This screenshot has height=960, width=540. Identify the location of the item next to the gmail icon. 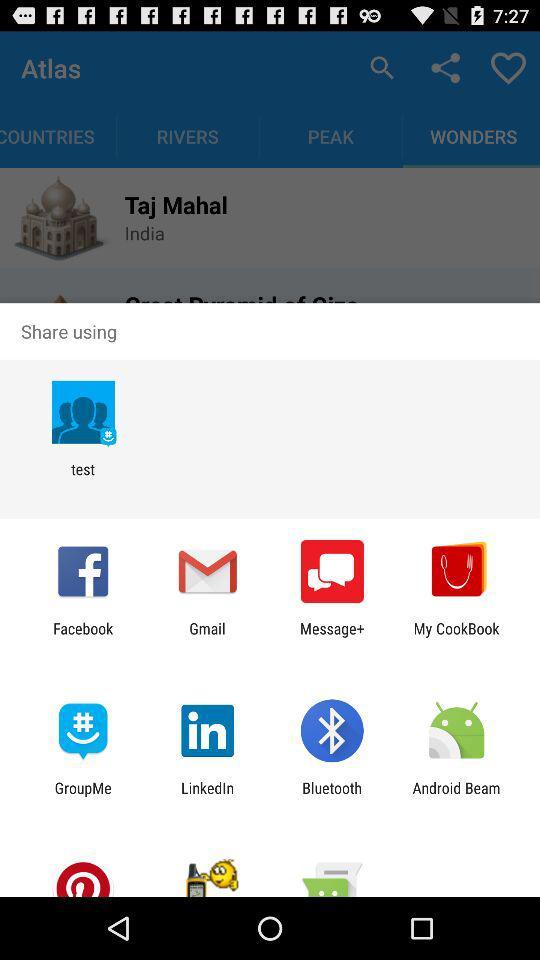
(82, 636).